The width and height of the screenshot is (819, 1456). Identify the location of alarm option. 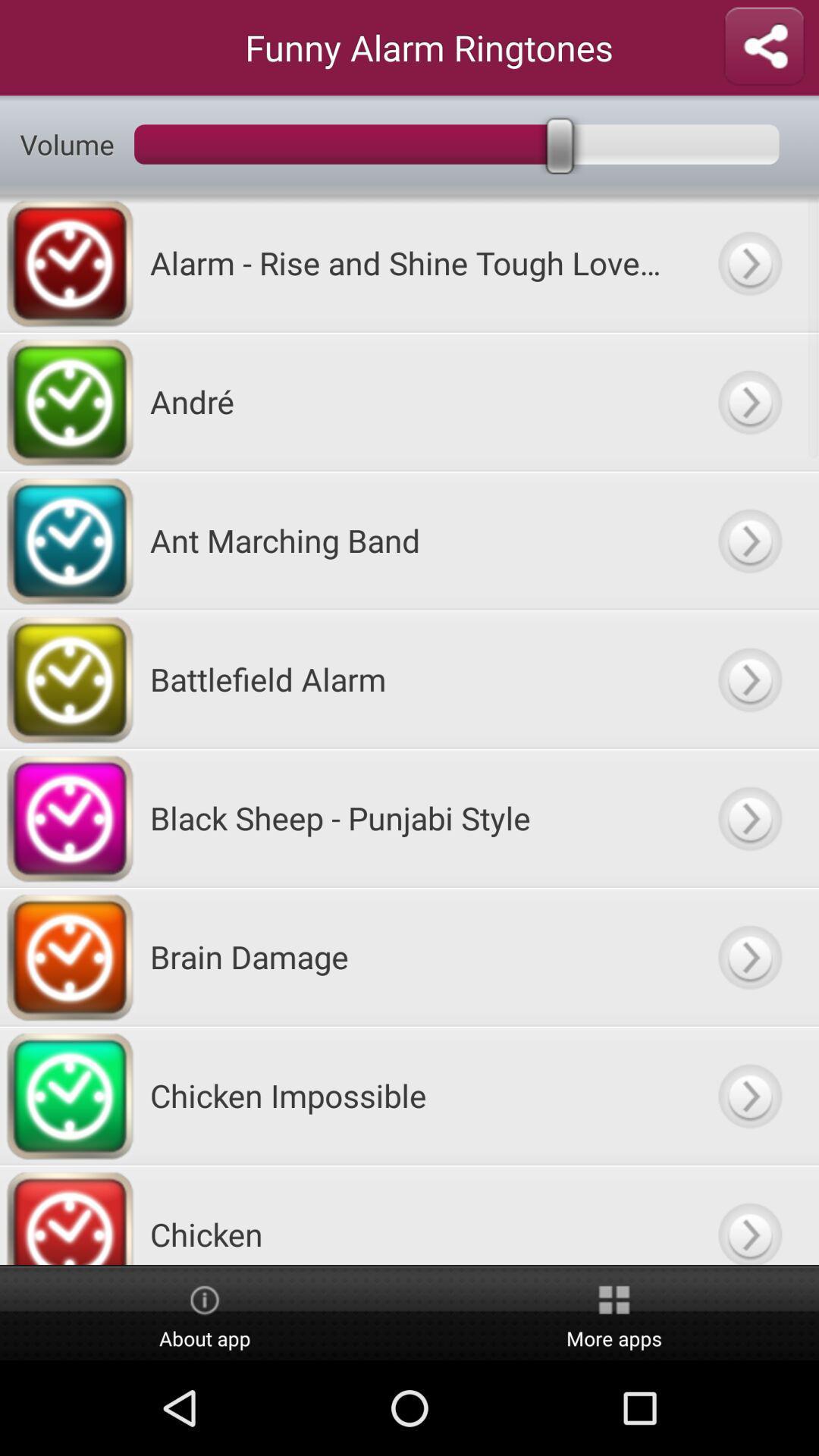
(748, 262).